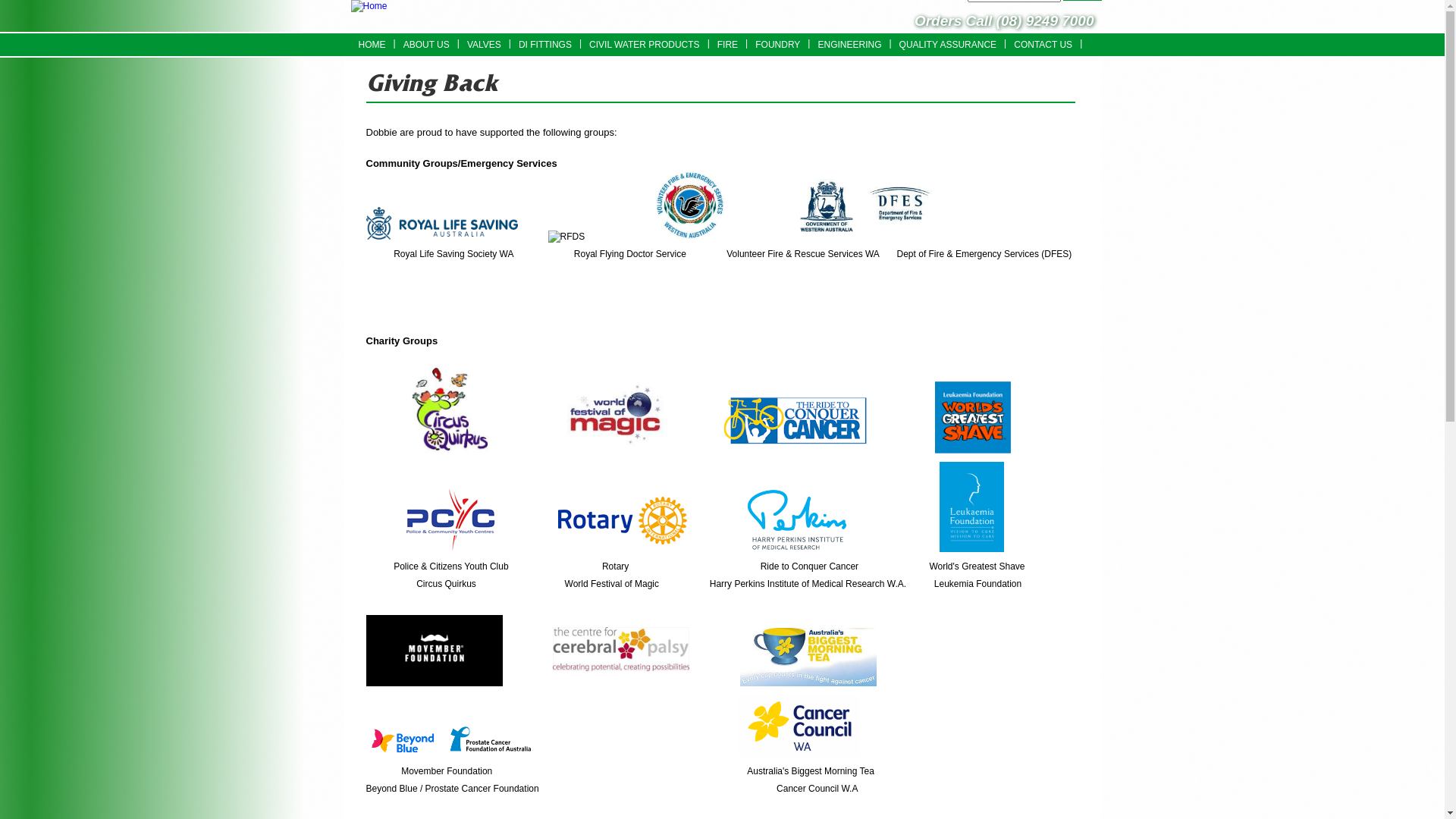  What do you see at coordinates (371, 44) in the screenshot?
I see `'HOME'` at bounding box center [371, 44].